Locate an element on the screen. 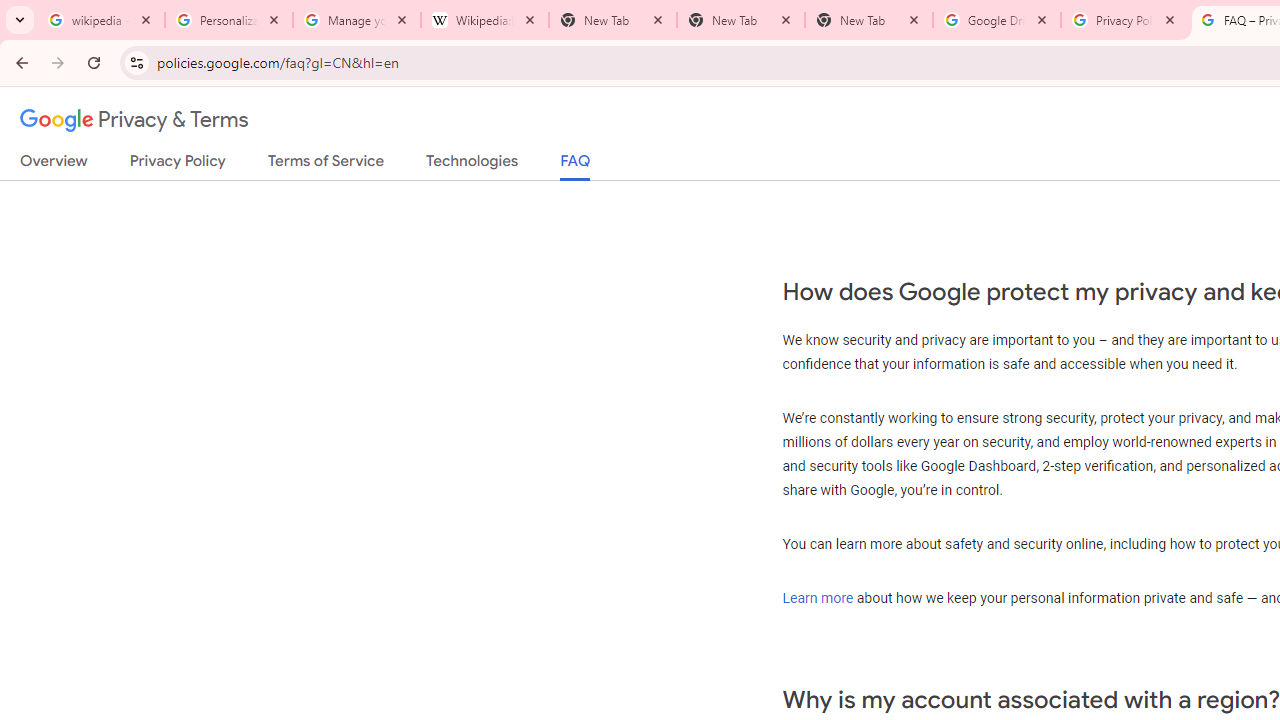 Image resolution: width=1280 pixels, height=720 pixels. 'New Tab' is located at coordinates (869, 20).